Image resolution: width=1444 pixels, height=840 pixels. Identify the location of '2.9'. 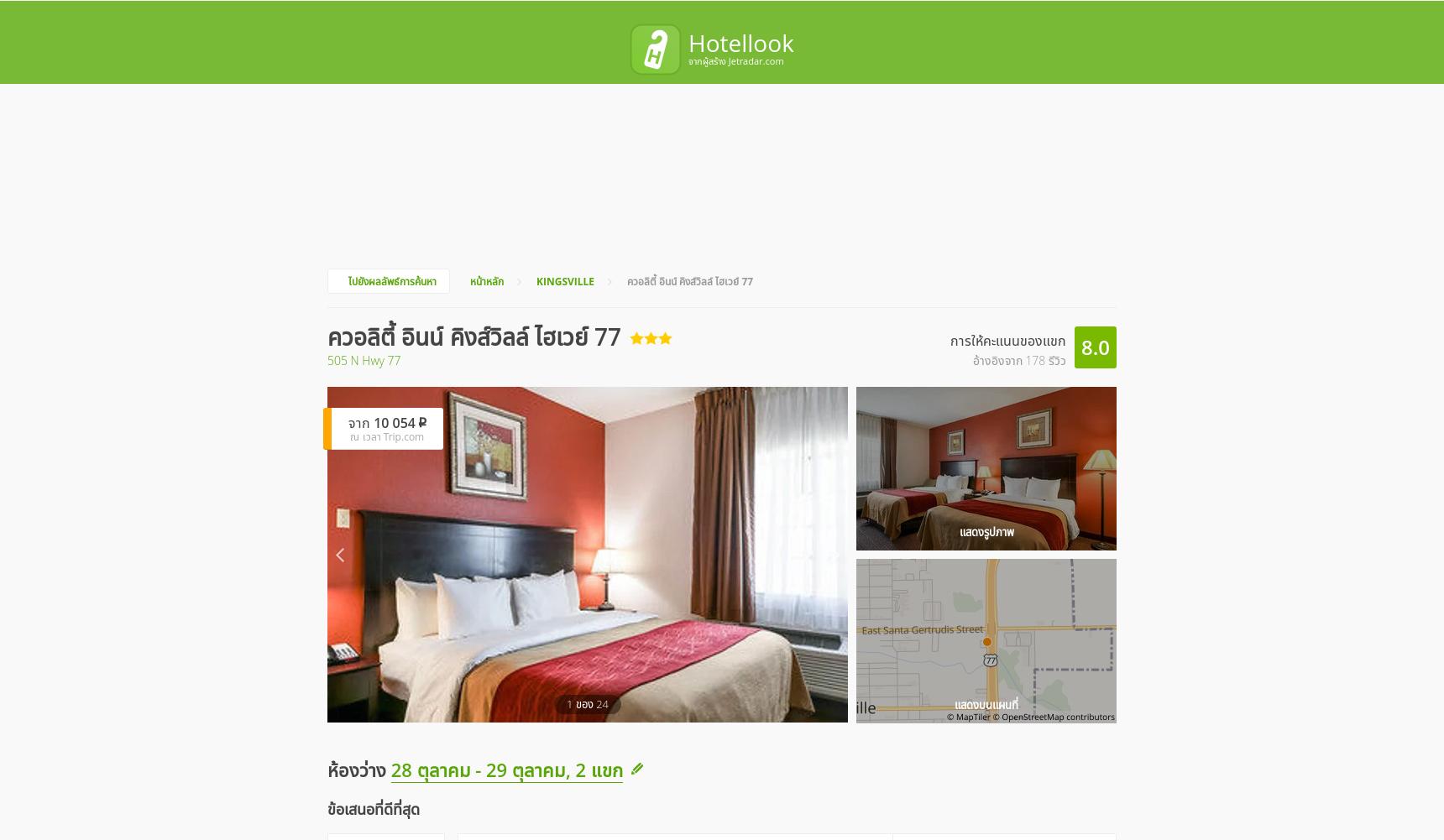
(936, 701).